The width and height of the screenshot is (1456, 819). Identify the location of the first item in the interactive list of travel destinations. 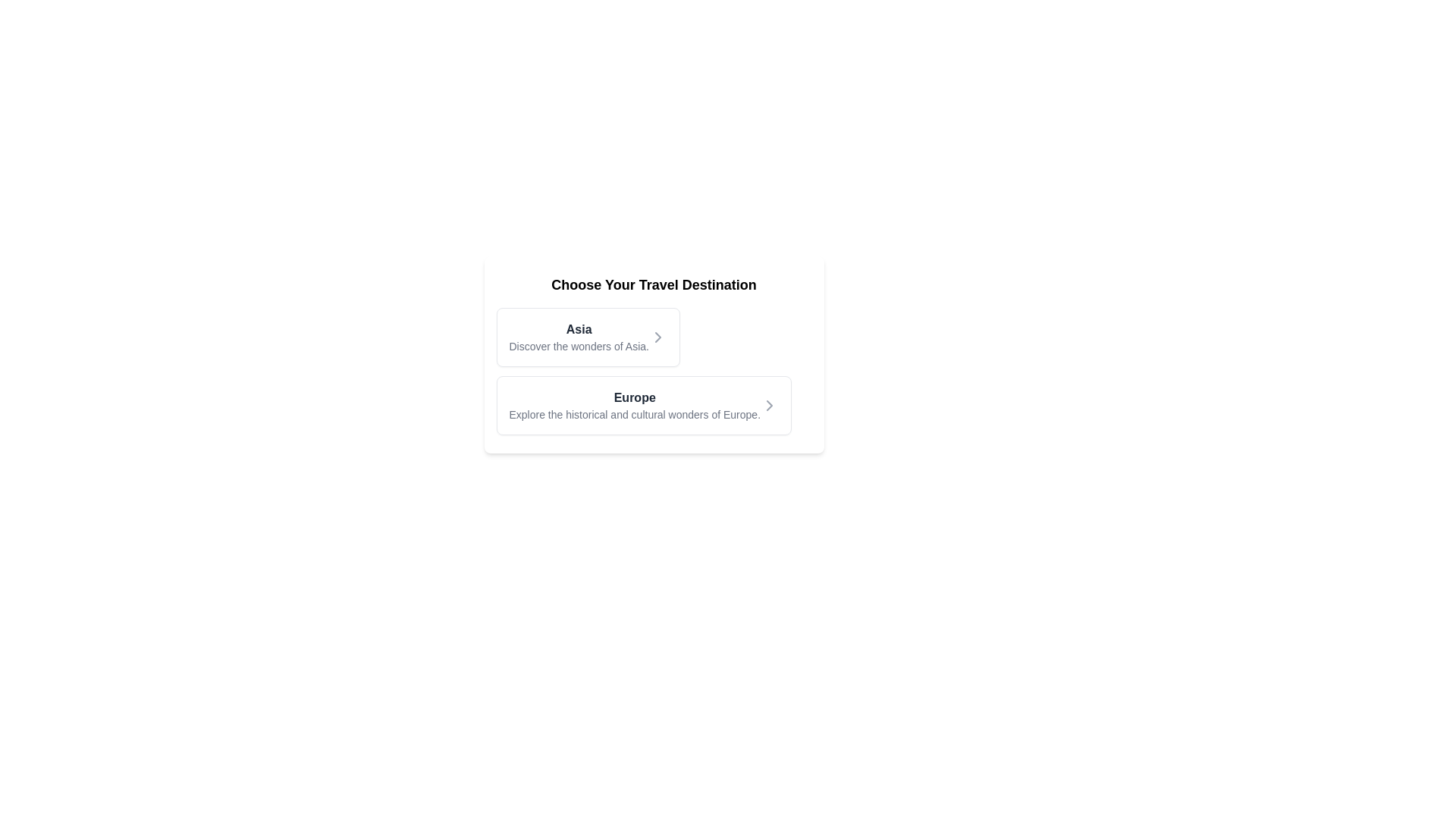
(587, 336).